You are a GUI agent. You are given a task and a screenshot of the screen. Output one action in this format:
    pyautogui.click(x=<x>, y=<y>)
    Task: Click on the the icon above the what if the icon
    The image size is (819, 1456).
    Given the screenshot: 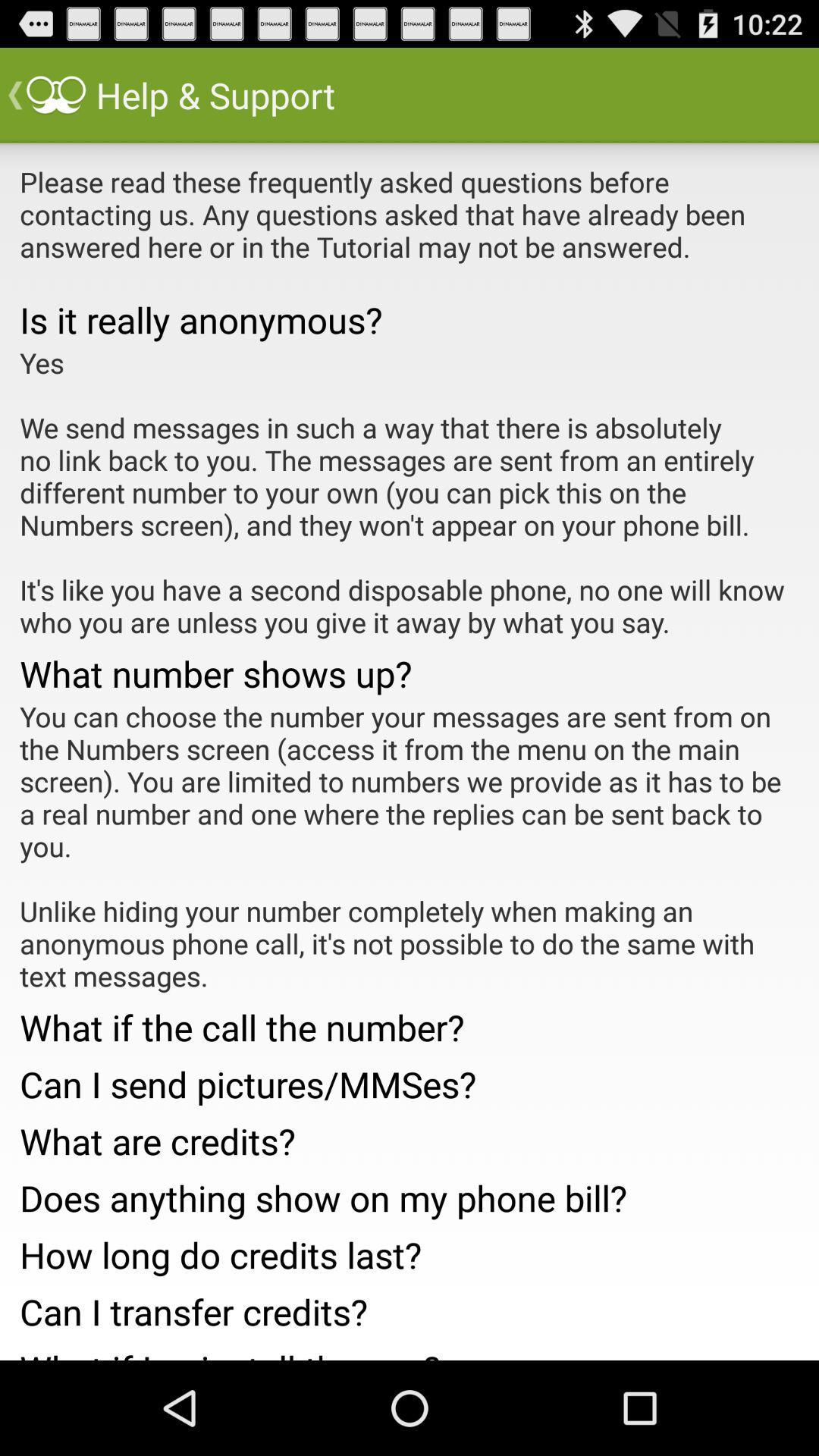 What is the action you would take?
    pyautogui.click(x=409, y=845)
    